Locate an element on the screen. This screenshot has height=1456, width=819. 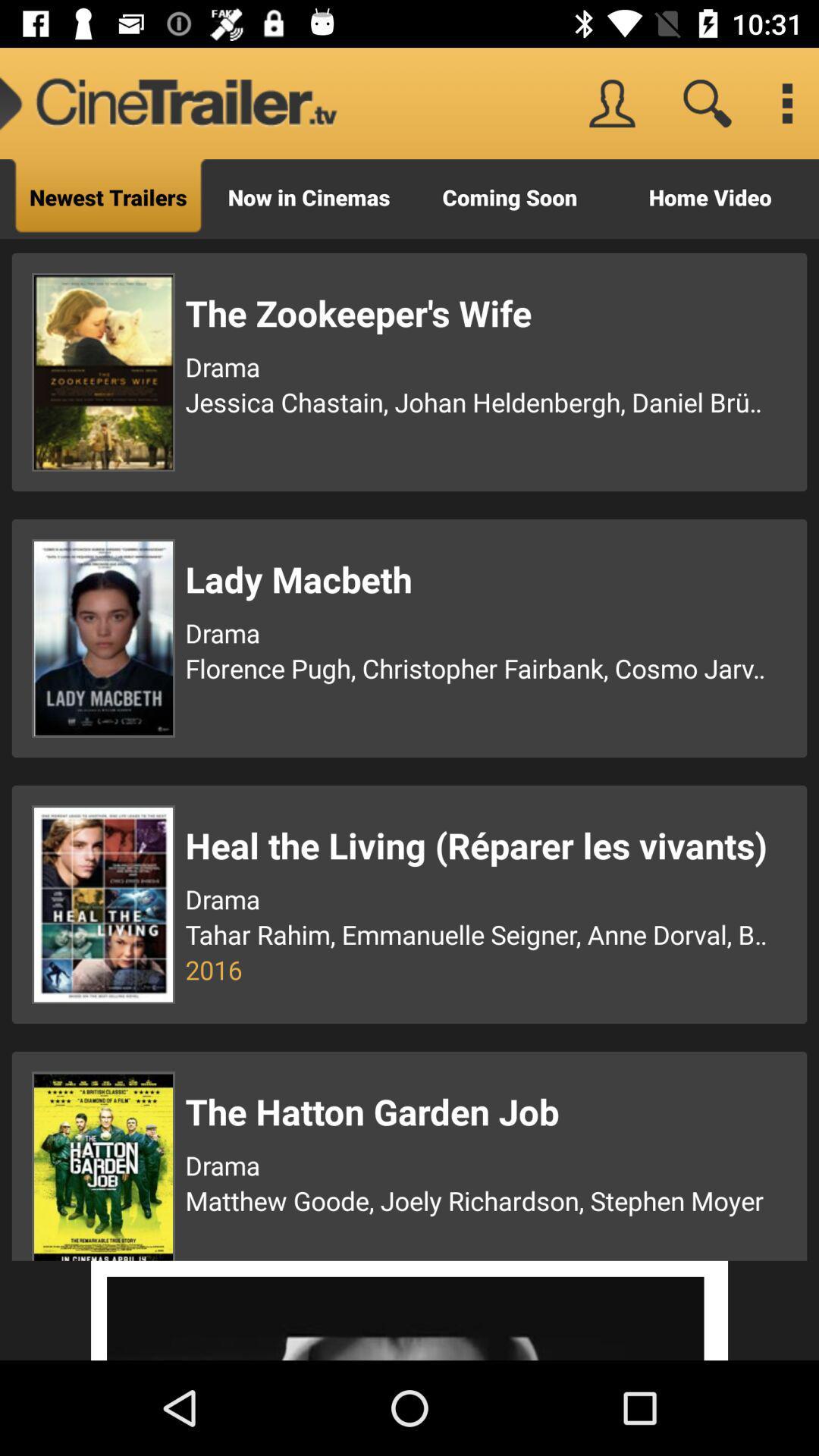
menu/ options/ settings is located at coordinates (786, 102).